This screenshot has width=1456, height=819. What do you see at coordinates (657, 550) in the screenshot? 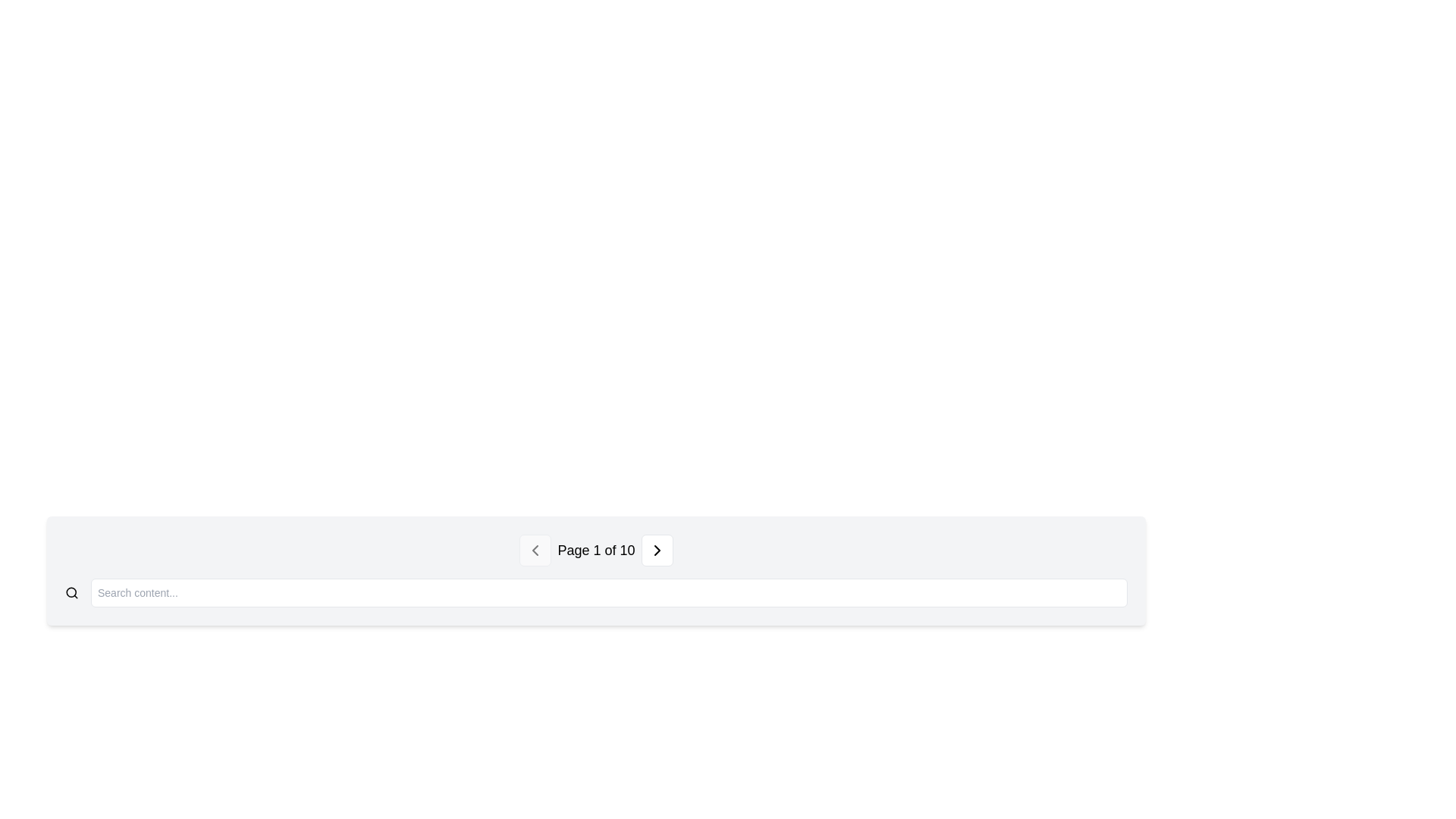
I see `the right-pointing chevron button with a white background located to the right of 'Page 1 of 10' to go to the next page` at bounding box center [657, 550].